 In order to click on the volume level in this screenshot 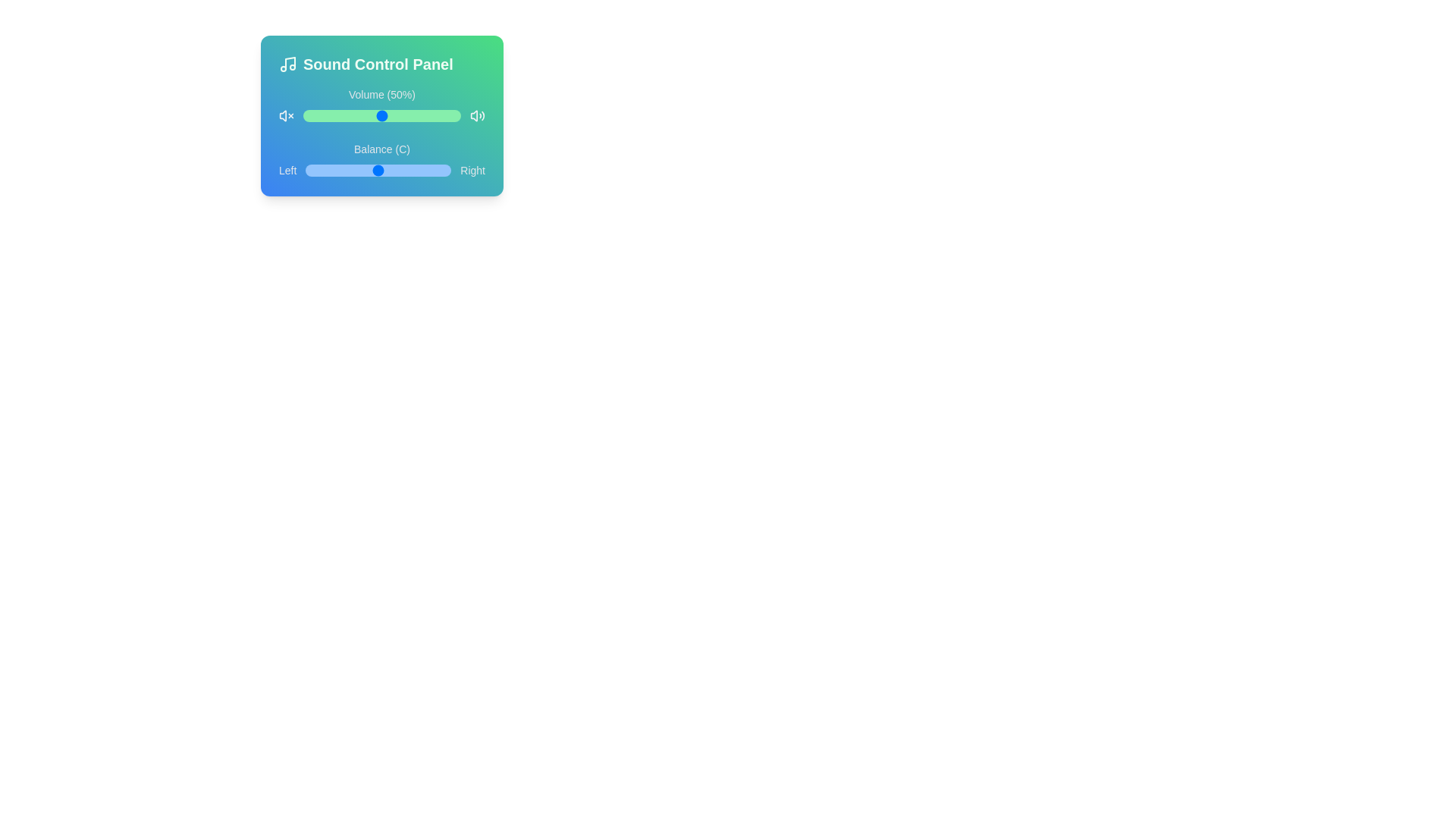, I will do `click(351, 115)`.